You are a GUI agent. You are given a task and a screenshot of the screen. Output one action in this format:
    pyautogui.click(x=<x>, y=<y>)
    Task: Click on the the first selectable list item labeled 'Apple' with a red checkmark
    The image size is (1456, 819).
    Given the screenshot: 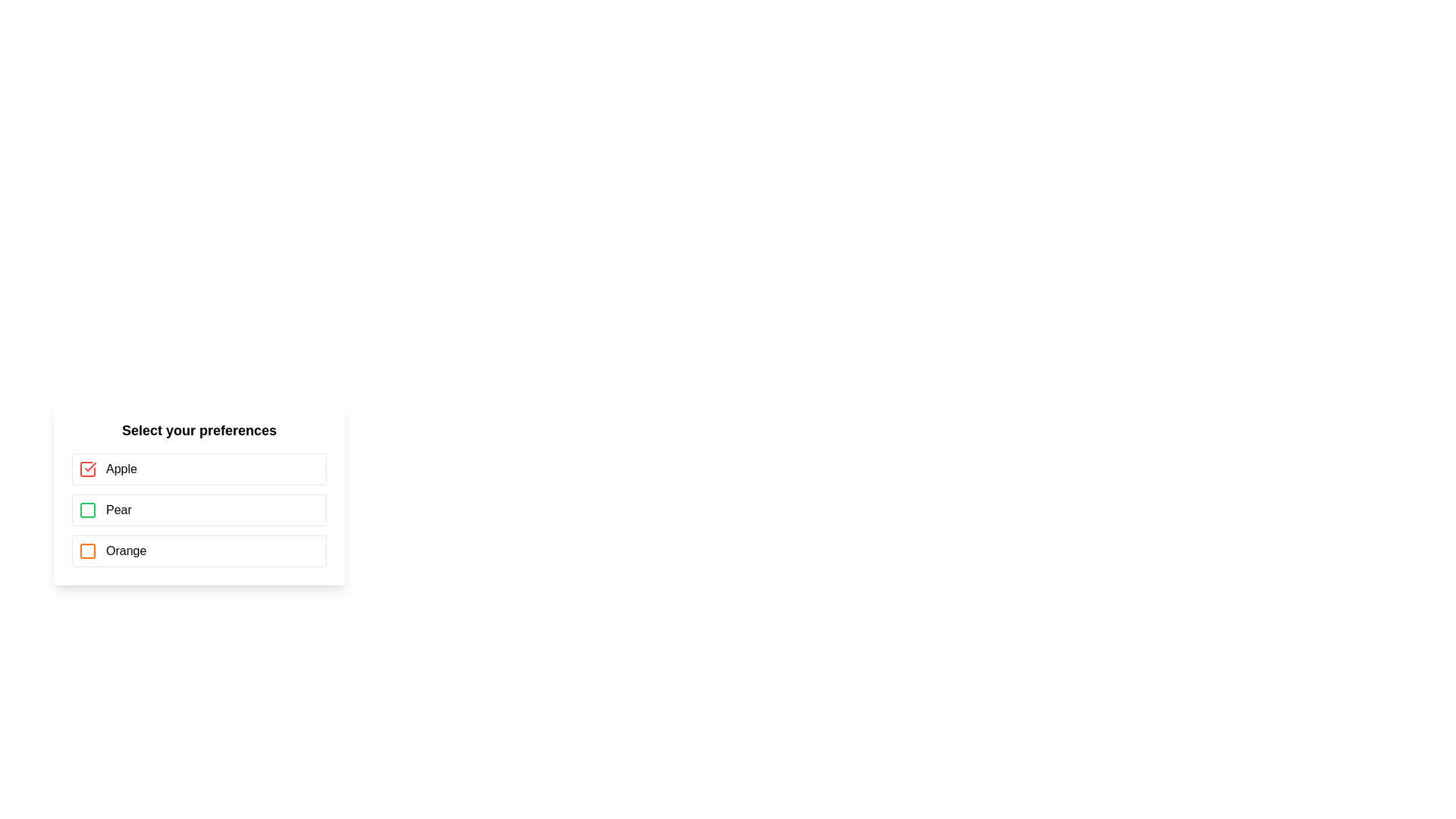 What is the action you would take?
    pyautogui.click(x=199, y=468)
    